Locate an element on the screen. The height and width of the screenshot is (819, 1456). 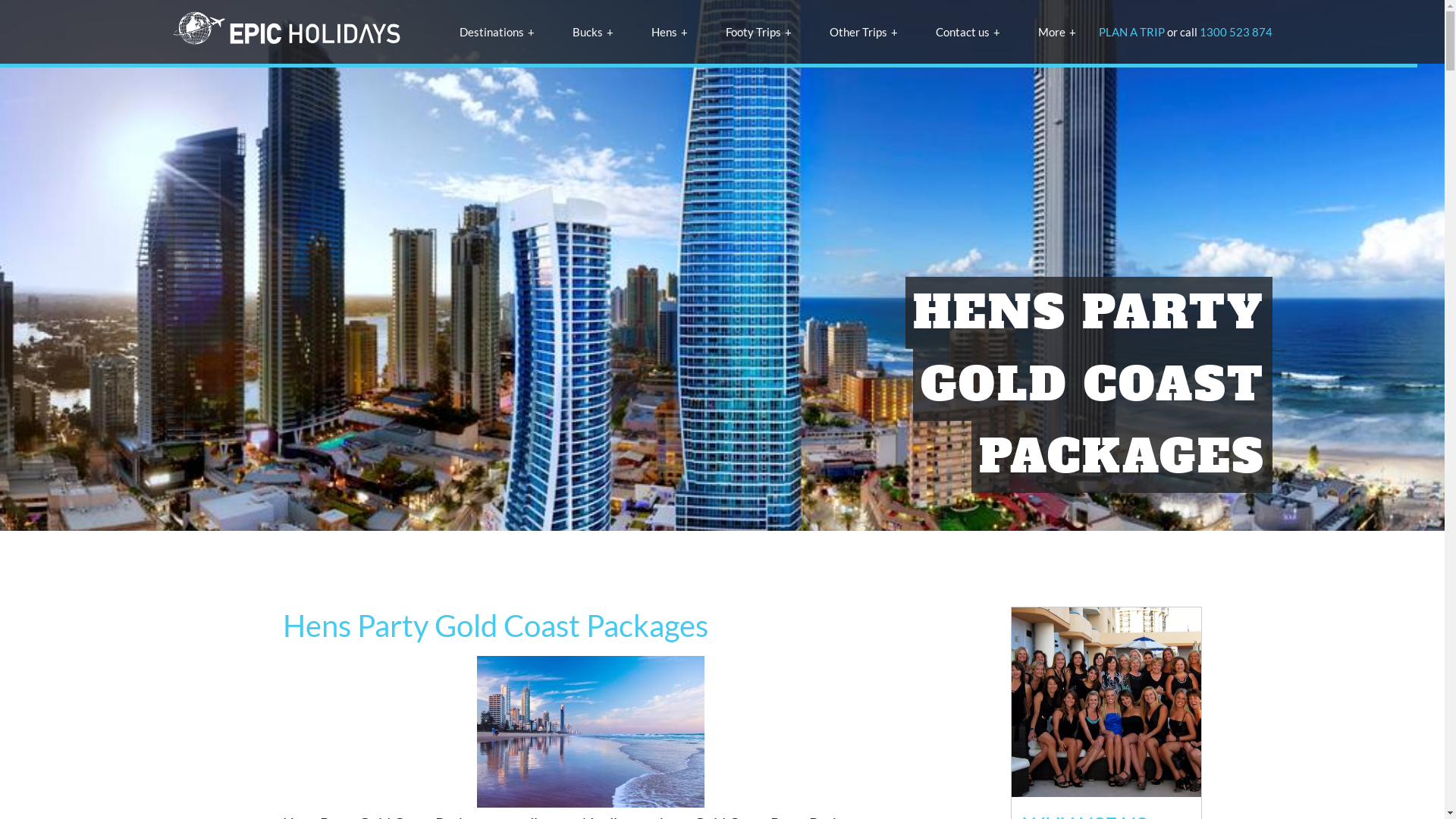
'Destinations' is located at coordinates (458, 32).